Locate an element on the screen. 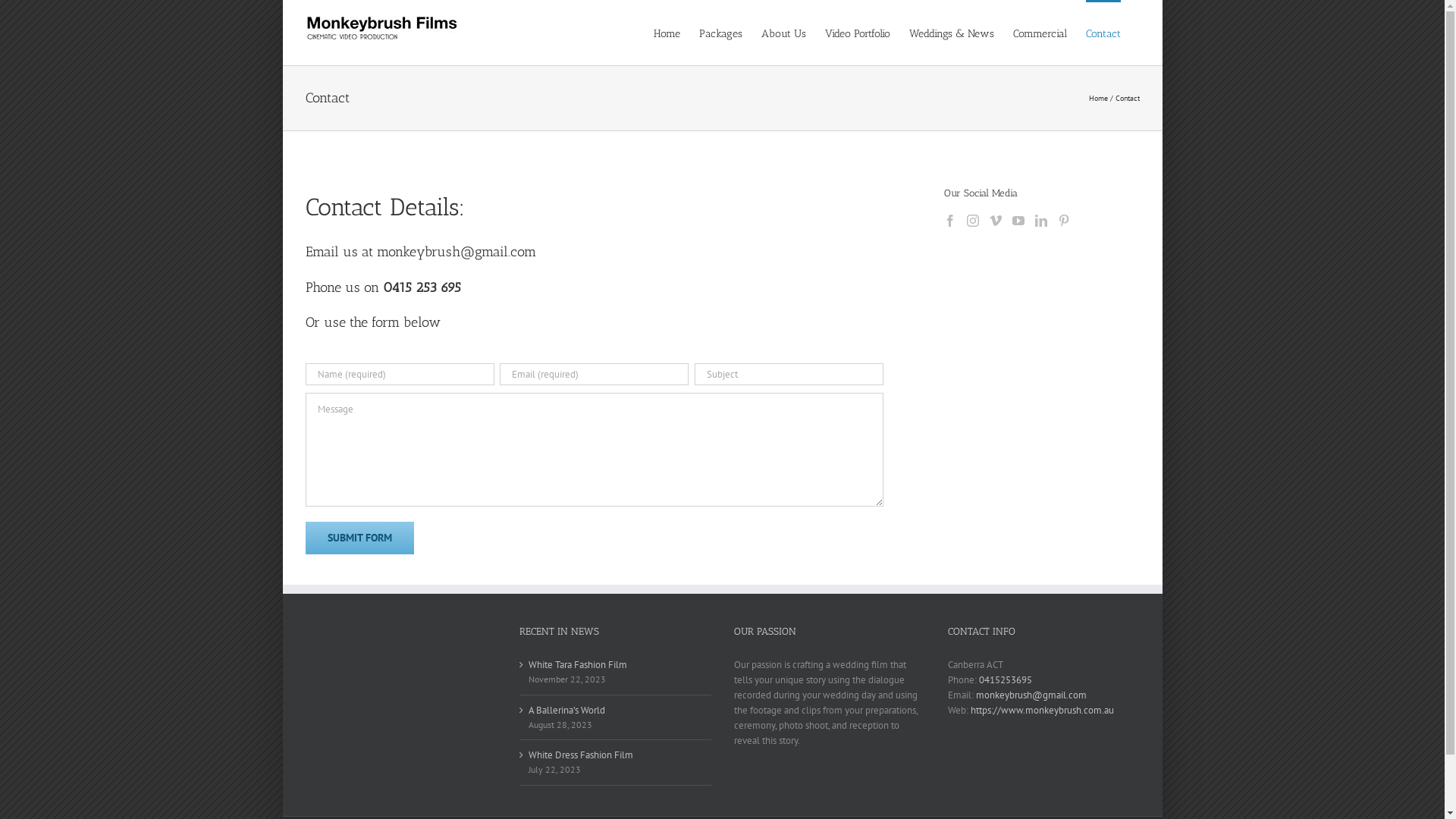 The image size is (1456, 819). 'Submit Form' is located at coordinates (358, 537).